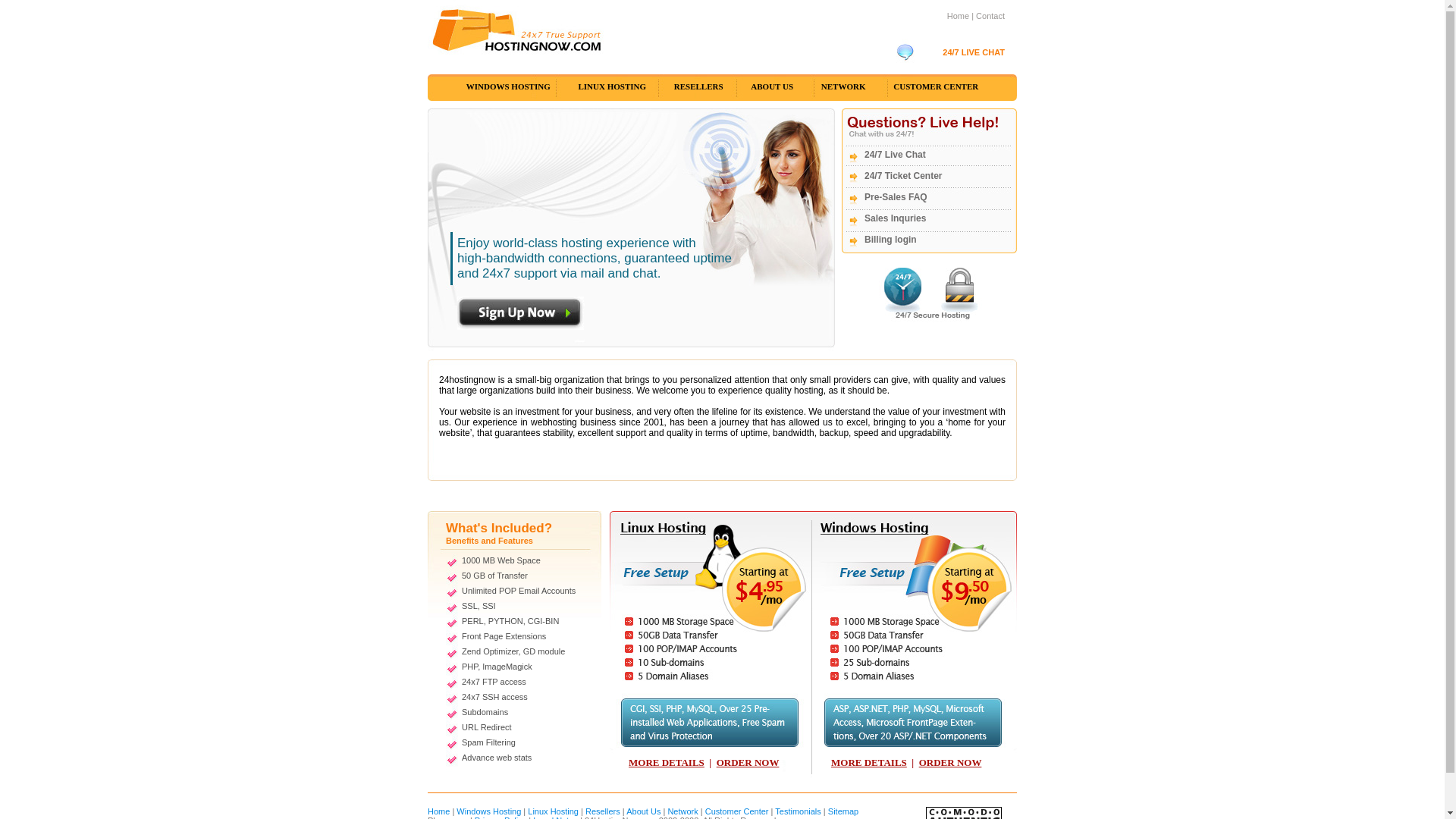  Describe the element at coordinates (661, 86) in the screenshot. I see `'RESELLERS'` at that location.